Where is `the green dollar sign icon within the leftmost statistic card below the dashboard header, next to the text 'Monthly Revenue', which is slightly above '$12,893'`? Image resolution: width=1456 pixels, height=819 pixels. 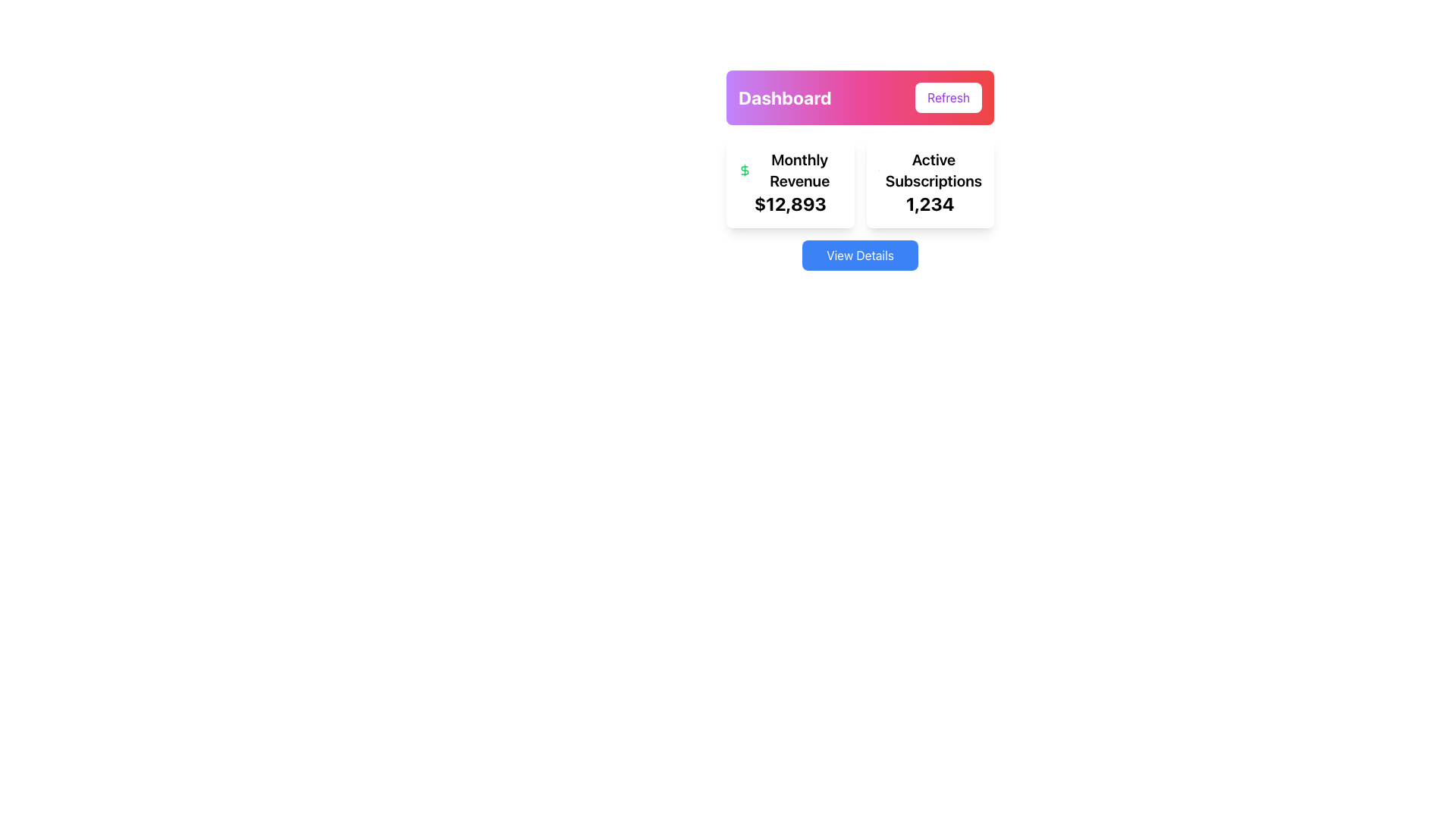 the green dollar sign icon within the leftmost statistic card below the dashboard header, next to the text 'Monthly Revenue', which is slightly above '$12,893' is located at coordinates (745, 170).